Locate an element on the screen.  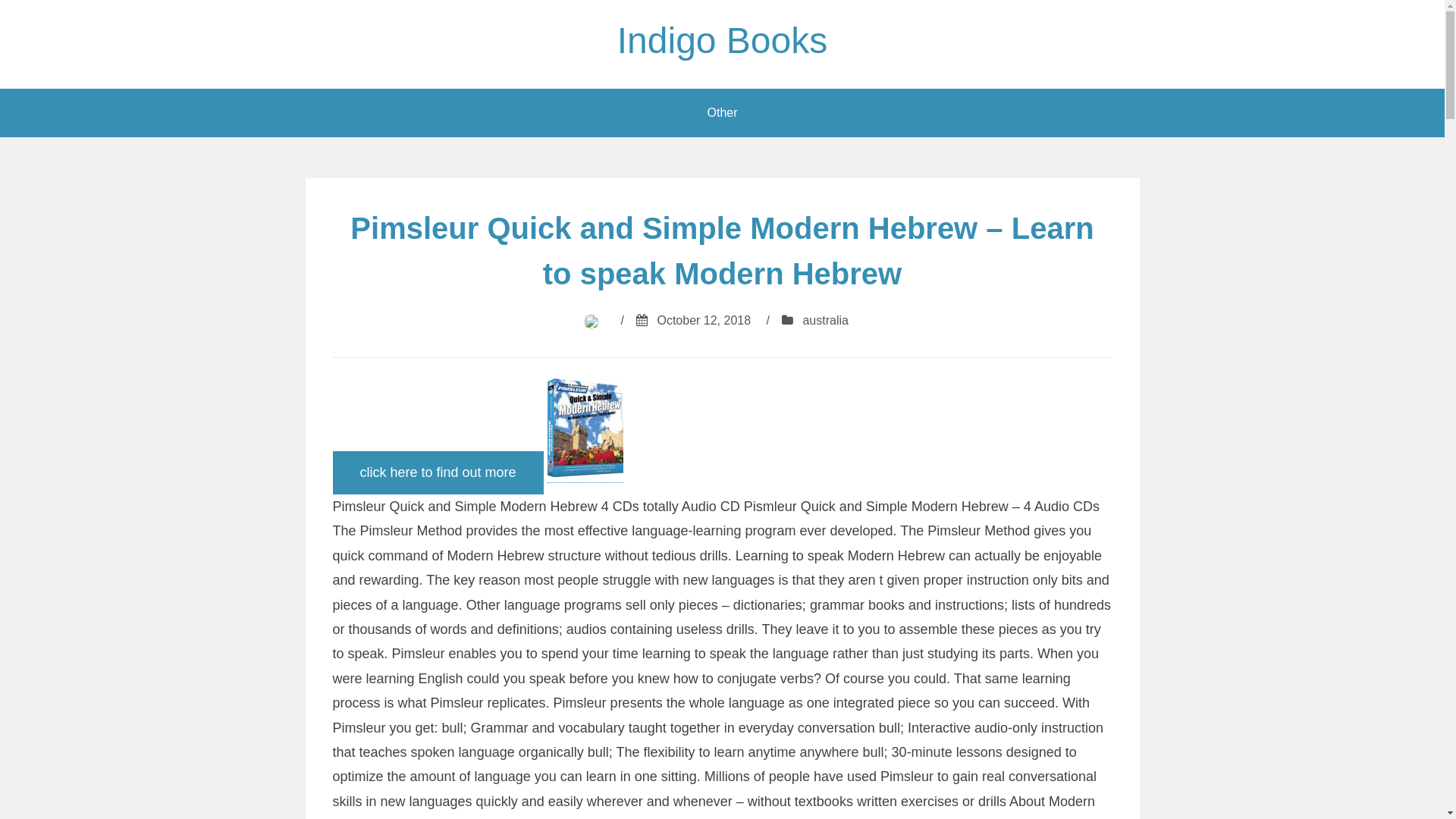
'Other' is located at coordinates (720, 112).